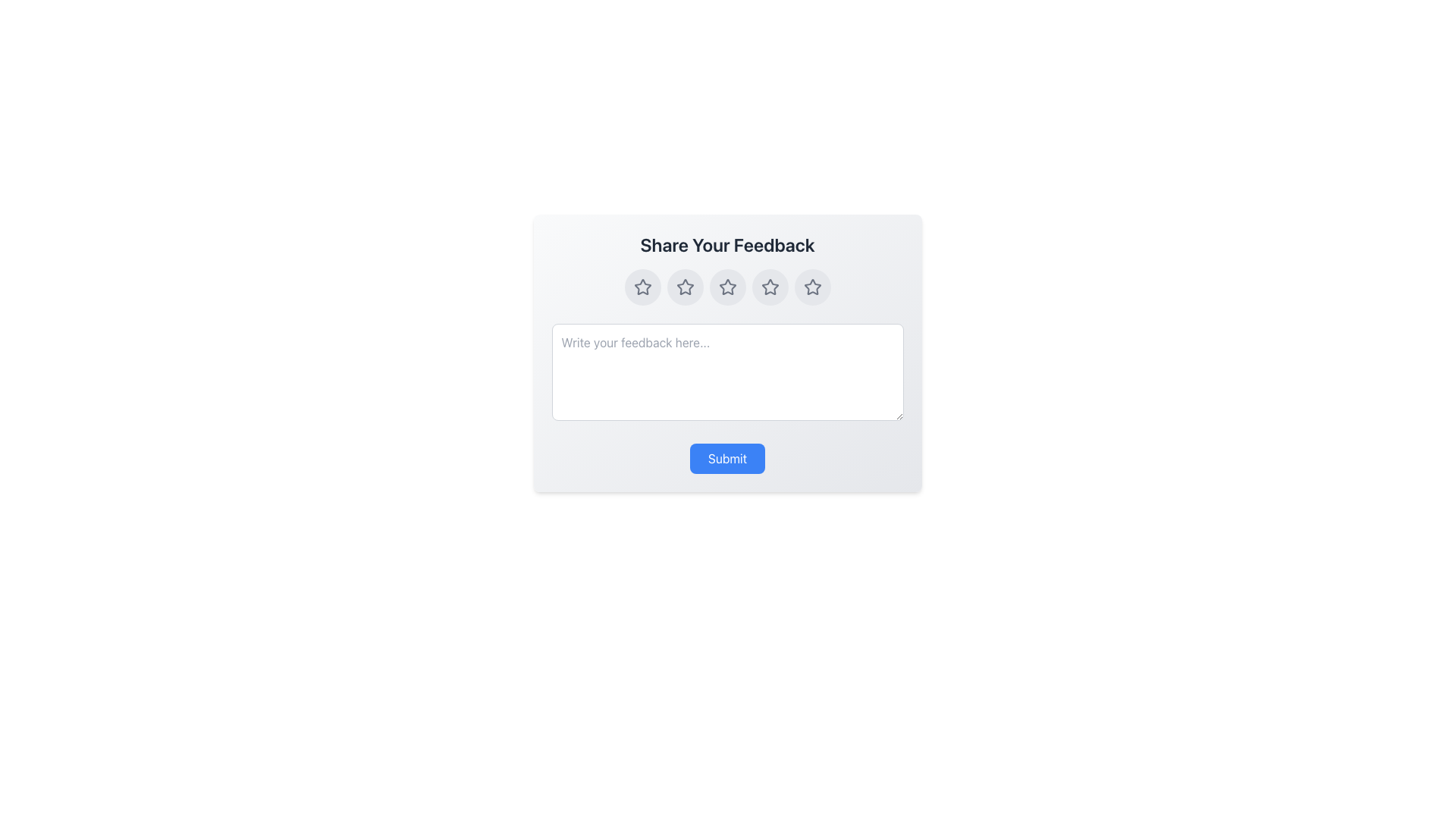 Image resolution: width=1456 pixels, height=819 pixels. I want to click on the fifth star icon in the row of star icons in the feedback form, which is hollow with a centered outline and styled in gray, so click(811, 287).